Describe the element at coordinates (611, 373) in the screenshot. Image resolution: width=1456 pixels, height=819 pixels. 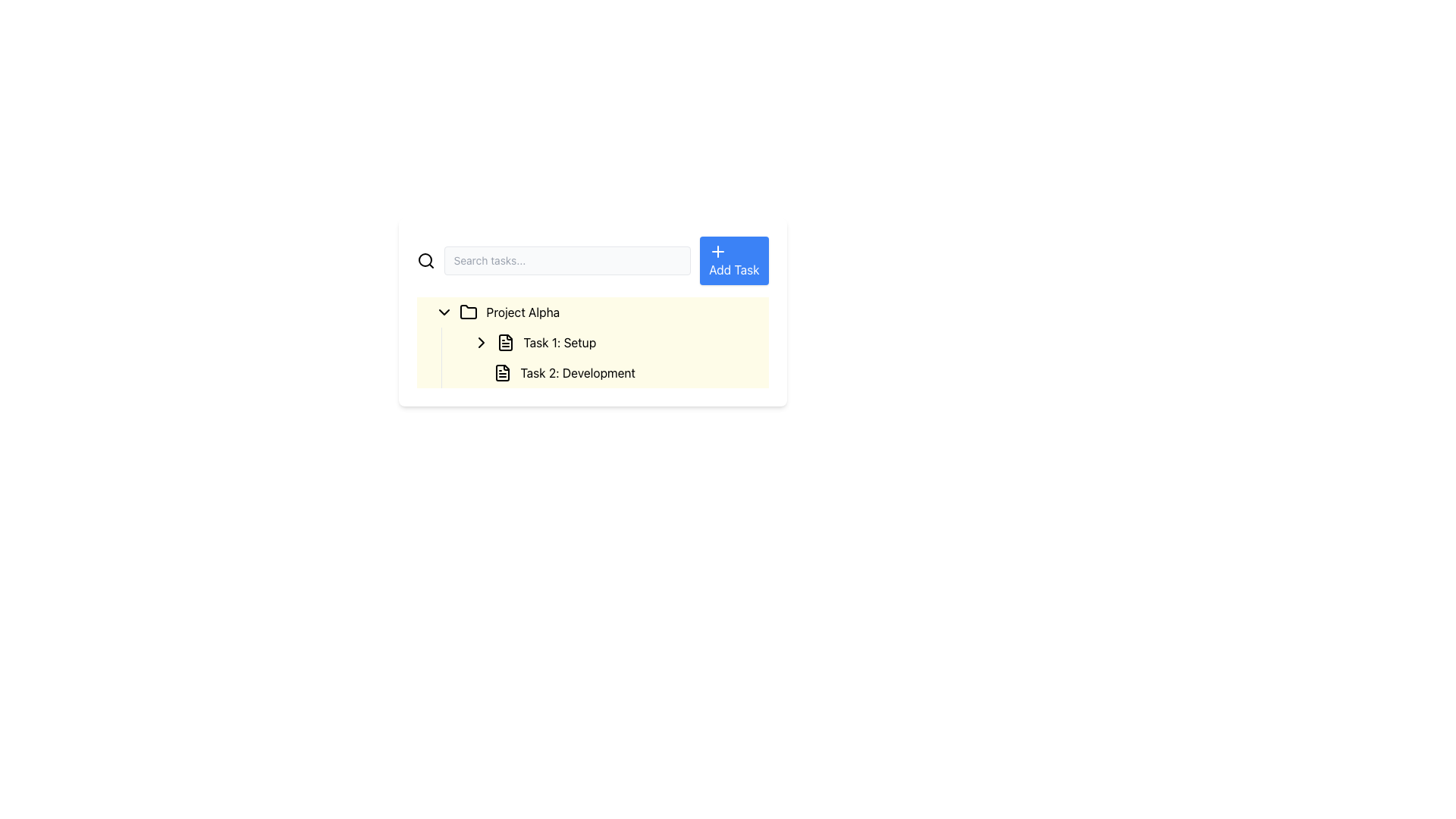
I see `the text label with the task name 'Task 2: Development' located in the task list section` at that location.